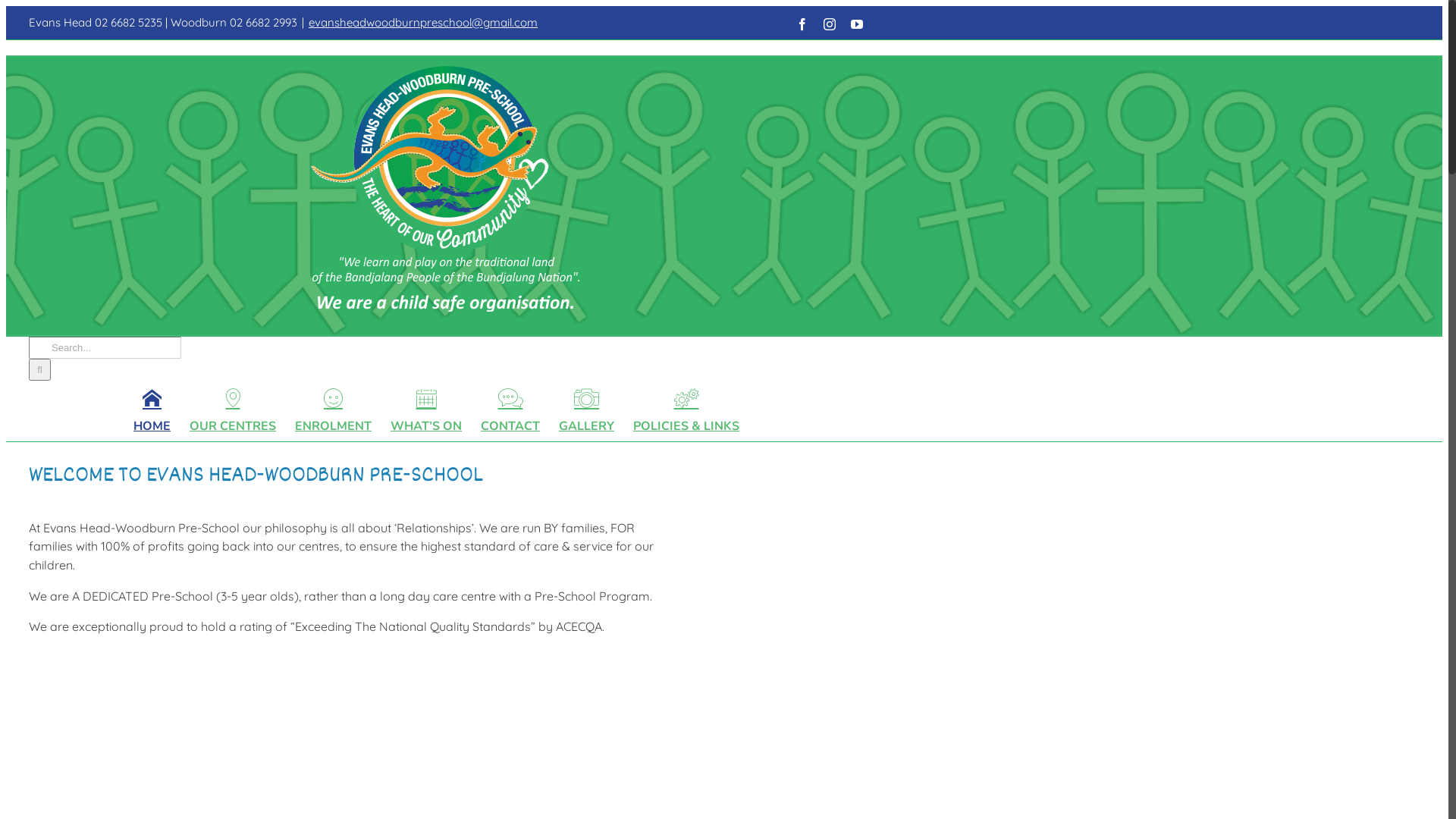 The height and width of the screenshot is (819, 1456). What do you see at coordinates (479, 411) in the screenshot?
I see `'CONTACT'` at bounding box center [479, 411].